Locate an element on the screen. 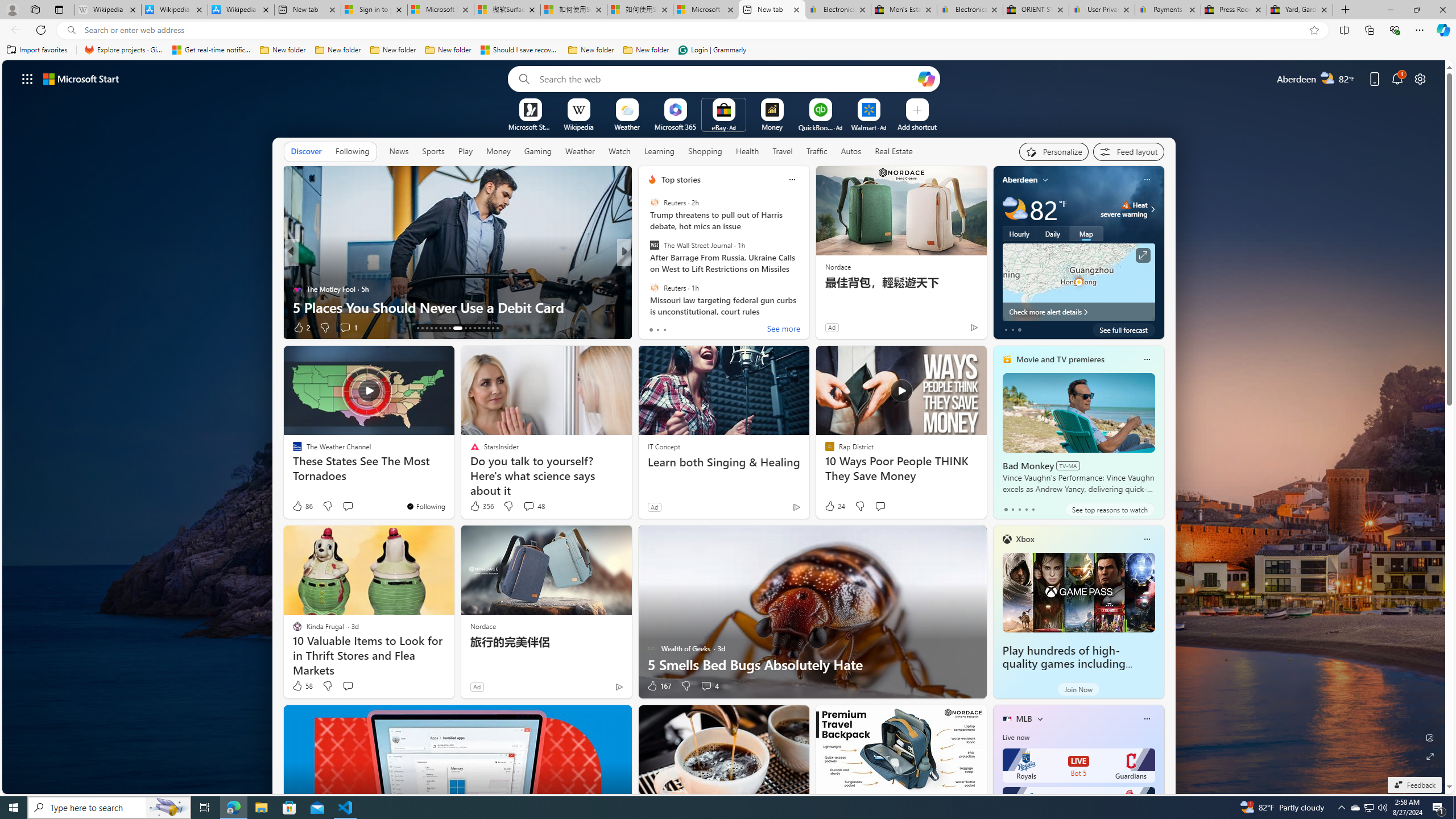  'AutomationID: tab-15' is located at coordinates (427, 328).